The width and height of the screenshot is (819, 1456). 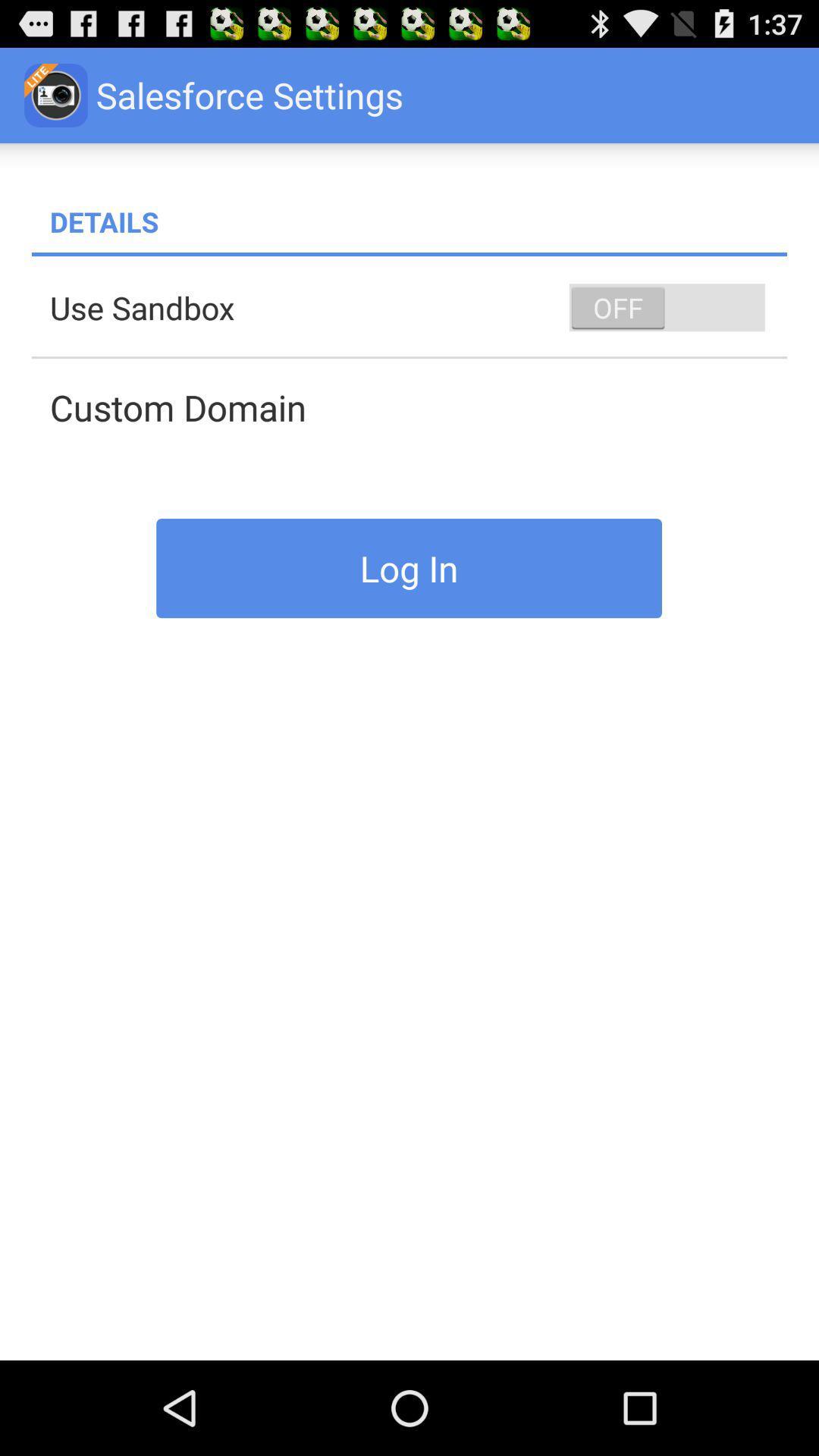 What do you see at coordinates (408, 567) in the screenshot?
I see `the log in icon` at bounding box center [408, 567].